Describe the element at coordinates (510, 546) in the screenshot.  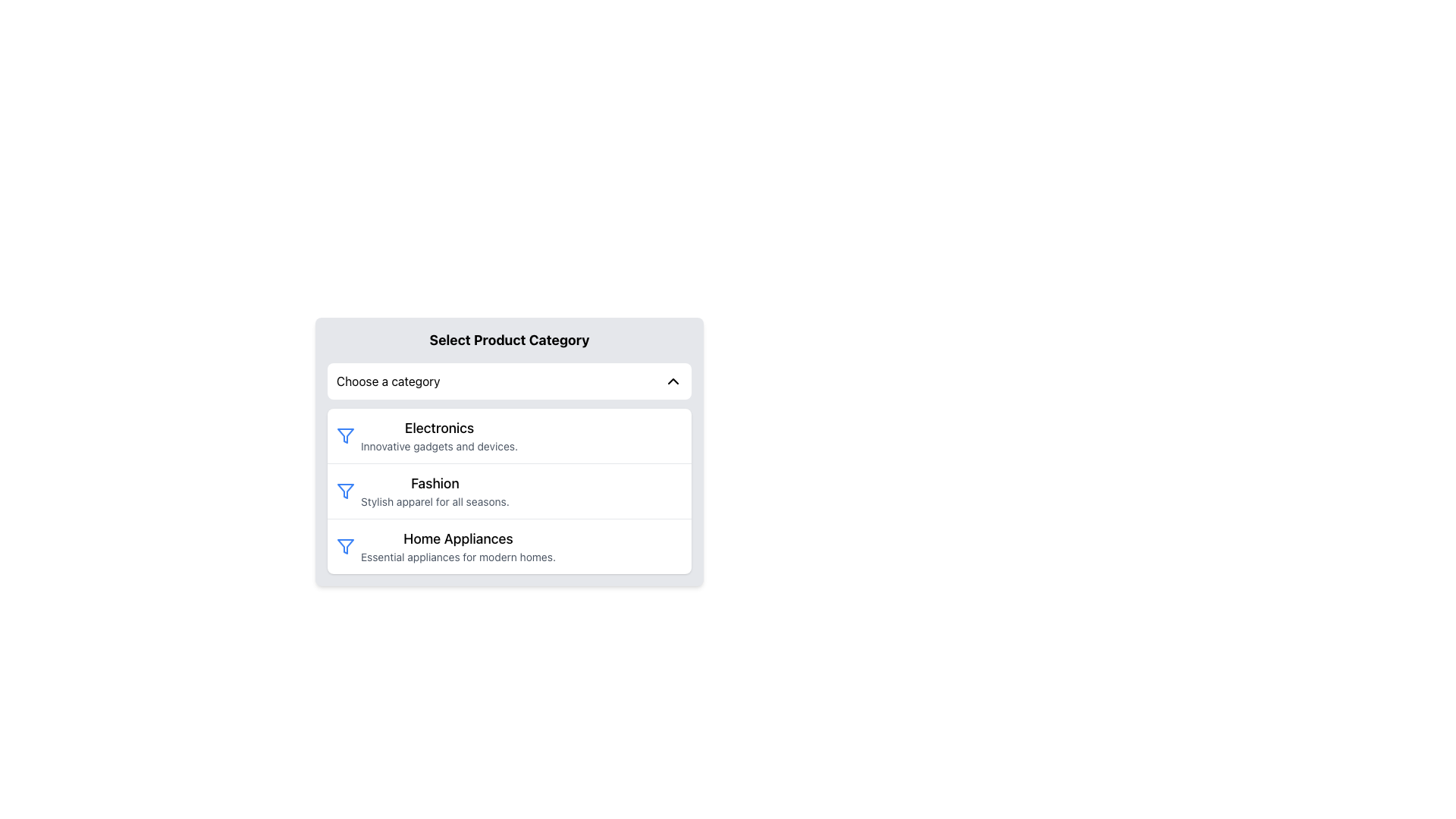
I see `the third item in the 'Select Product Category' list for highlighting, which is positioned below 'Electronics' and 'Fashion'` at that location.